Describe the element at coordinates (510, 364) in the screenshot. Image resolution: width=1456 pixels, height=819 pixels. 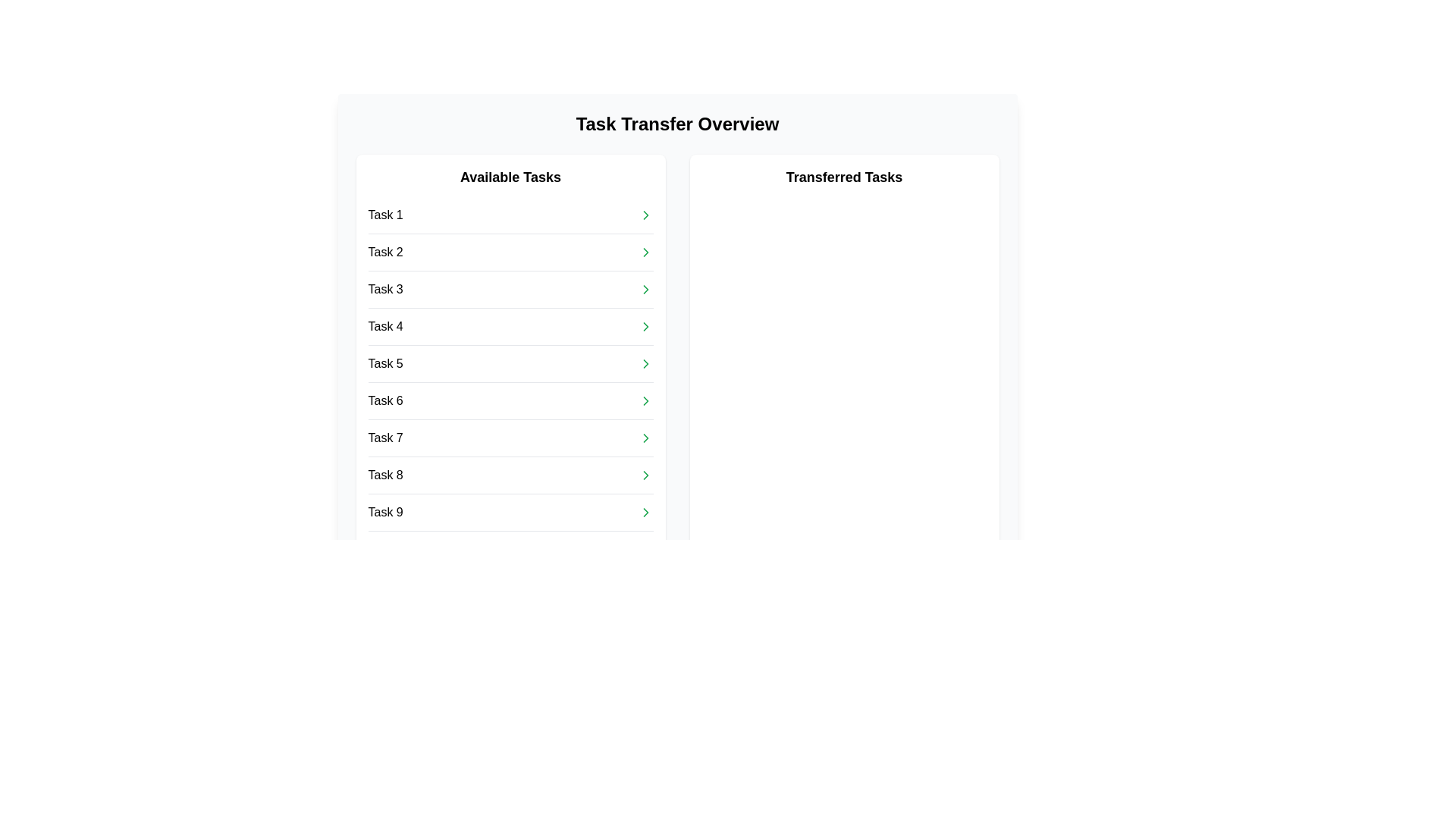
I see `the list item labeled 'Task 5' in the 'Available Tasks' section` at that location.